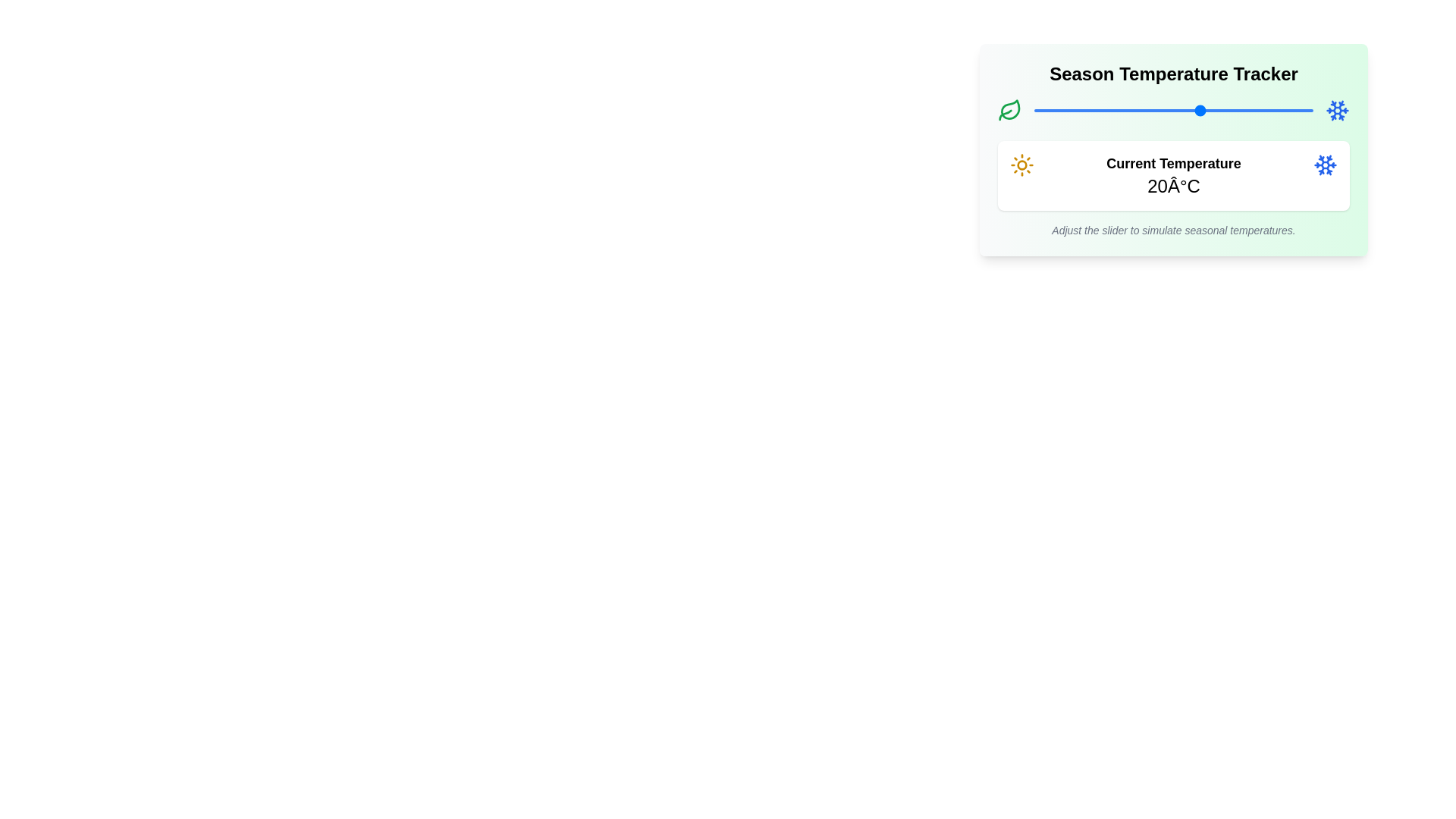 This screenshot has width=1456, height=819. What do you see at coordinates (1123, 110) in the screenshot?
I see `the slider to set the temperature to 6°C` at bounding box center [1123, 110].